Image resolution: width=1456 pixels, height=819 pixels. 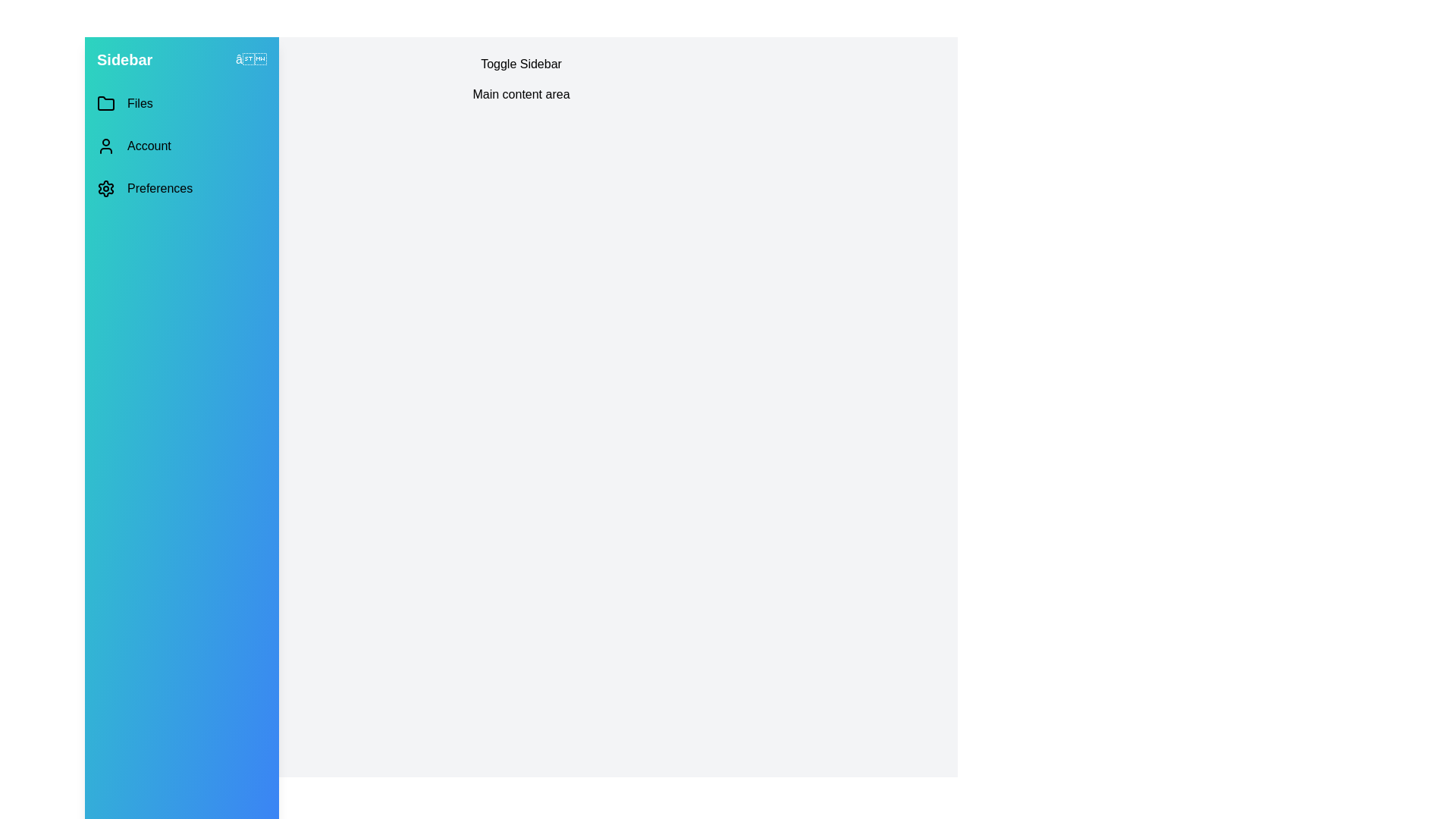 I want to click on the 'Account' section in the sidebar to navigate to it, so click(x=182, y=146).